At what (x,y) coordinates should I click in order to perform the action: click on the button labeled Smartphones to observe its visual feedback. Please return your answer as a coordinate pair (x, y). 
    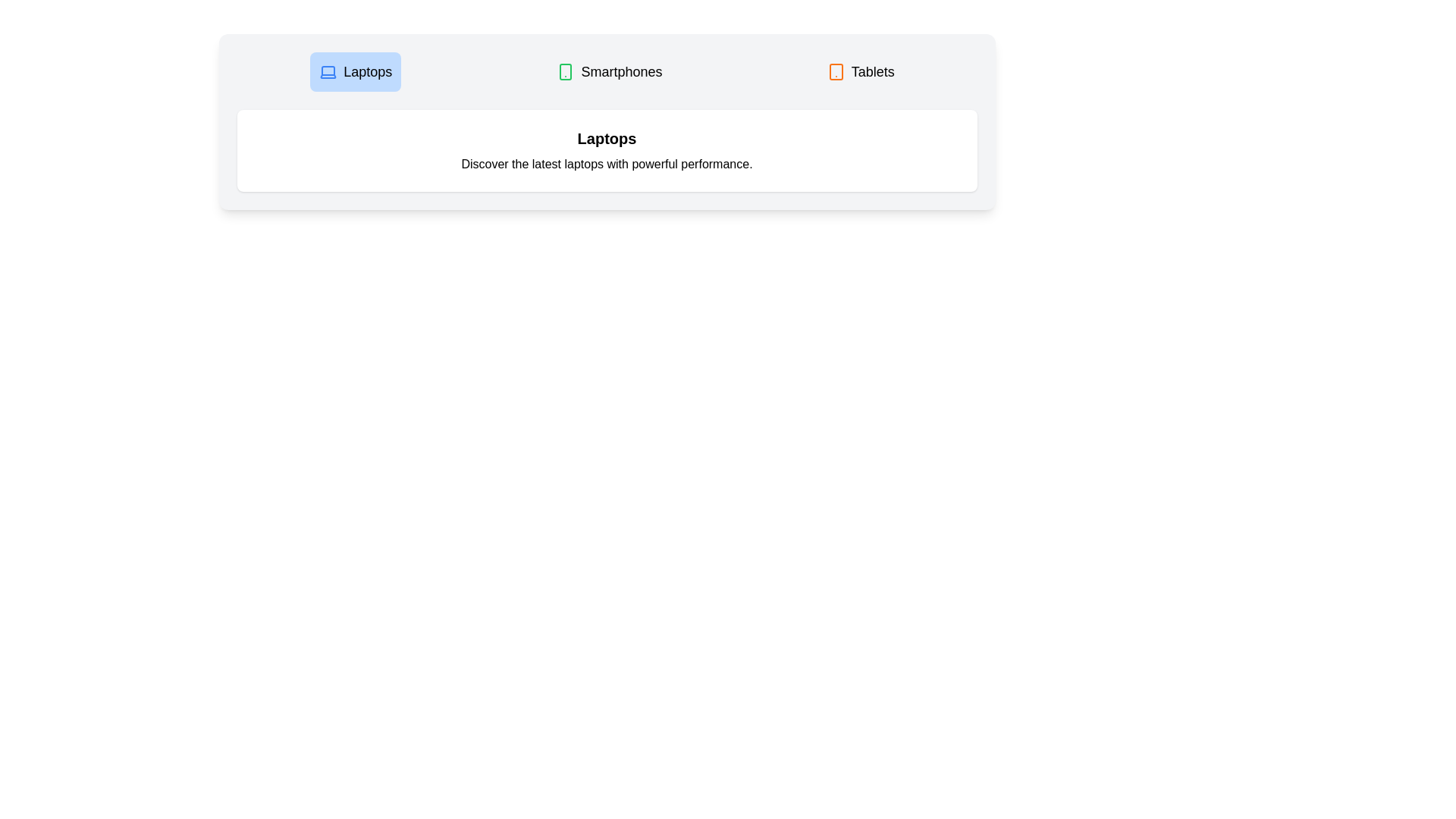
    Looking at the image, I should click on (610, 72).